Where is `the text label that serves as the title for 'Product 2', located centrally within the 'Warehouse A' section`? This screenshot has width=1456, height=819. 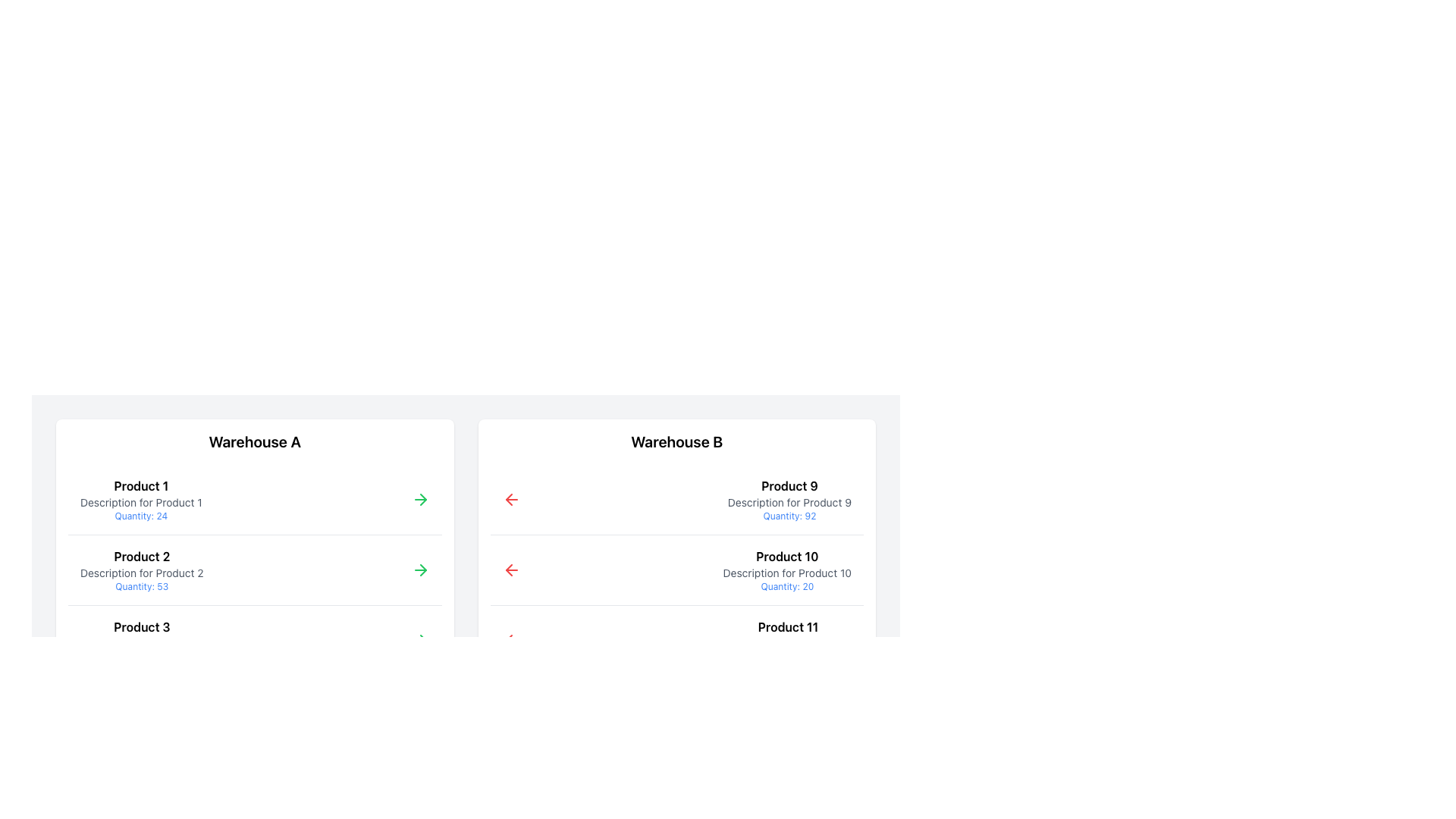 the text label that serves as the title for 'Product 2', located centrally within the 'Warehouse A' section is located at coordinates (142, 556).